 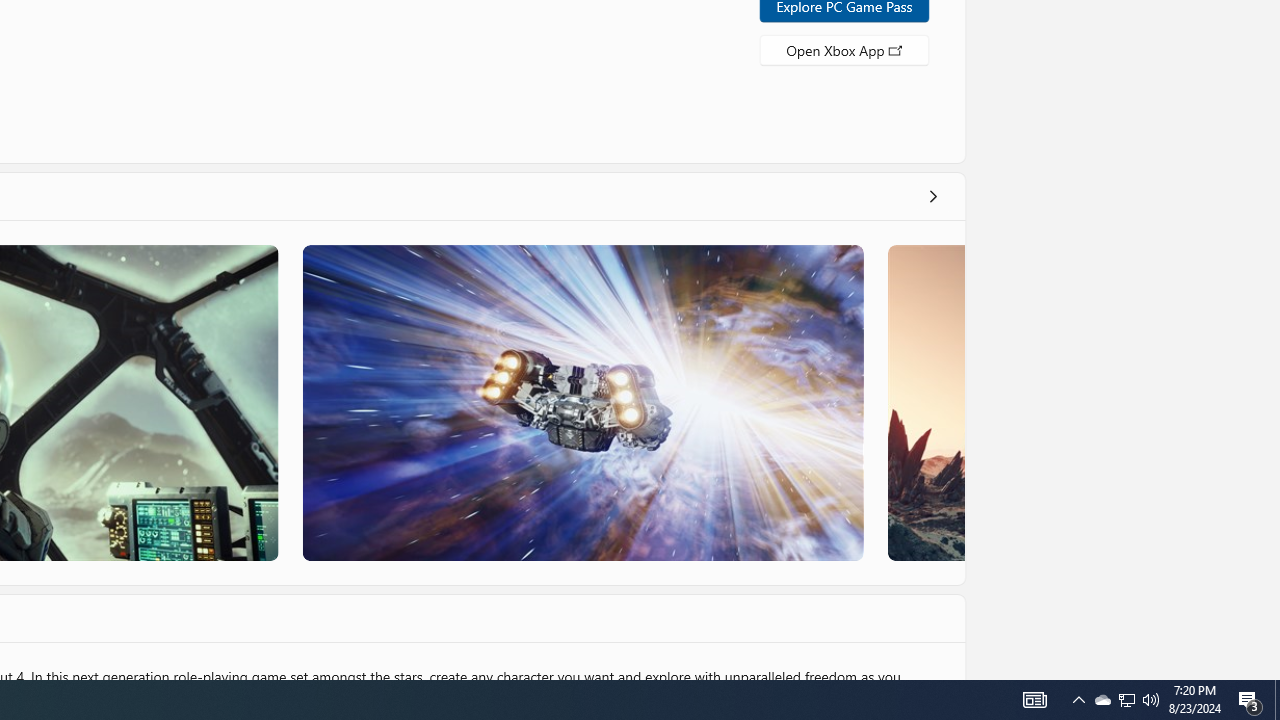 What do you see at coordinates (924, 402) in the screenshot?
I see `'Screenshot 4'` at bounding box center [924, 402].